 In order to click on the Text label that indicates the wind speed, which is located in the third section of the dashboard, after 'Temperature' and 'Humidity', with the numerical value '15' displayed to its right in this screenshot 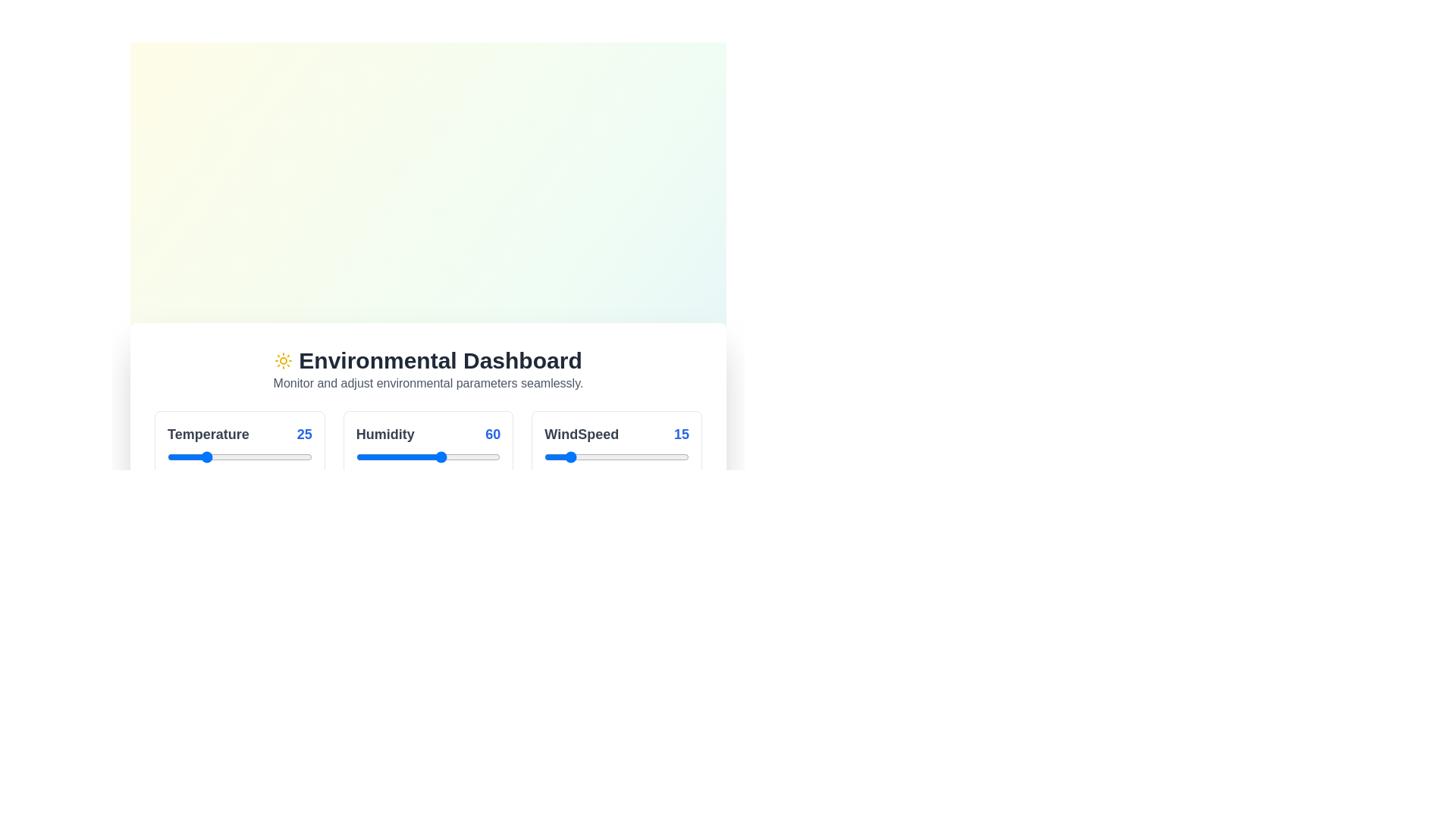, I will do `click(581, 434)`.